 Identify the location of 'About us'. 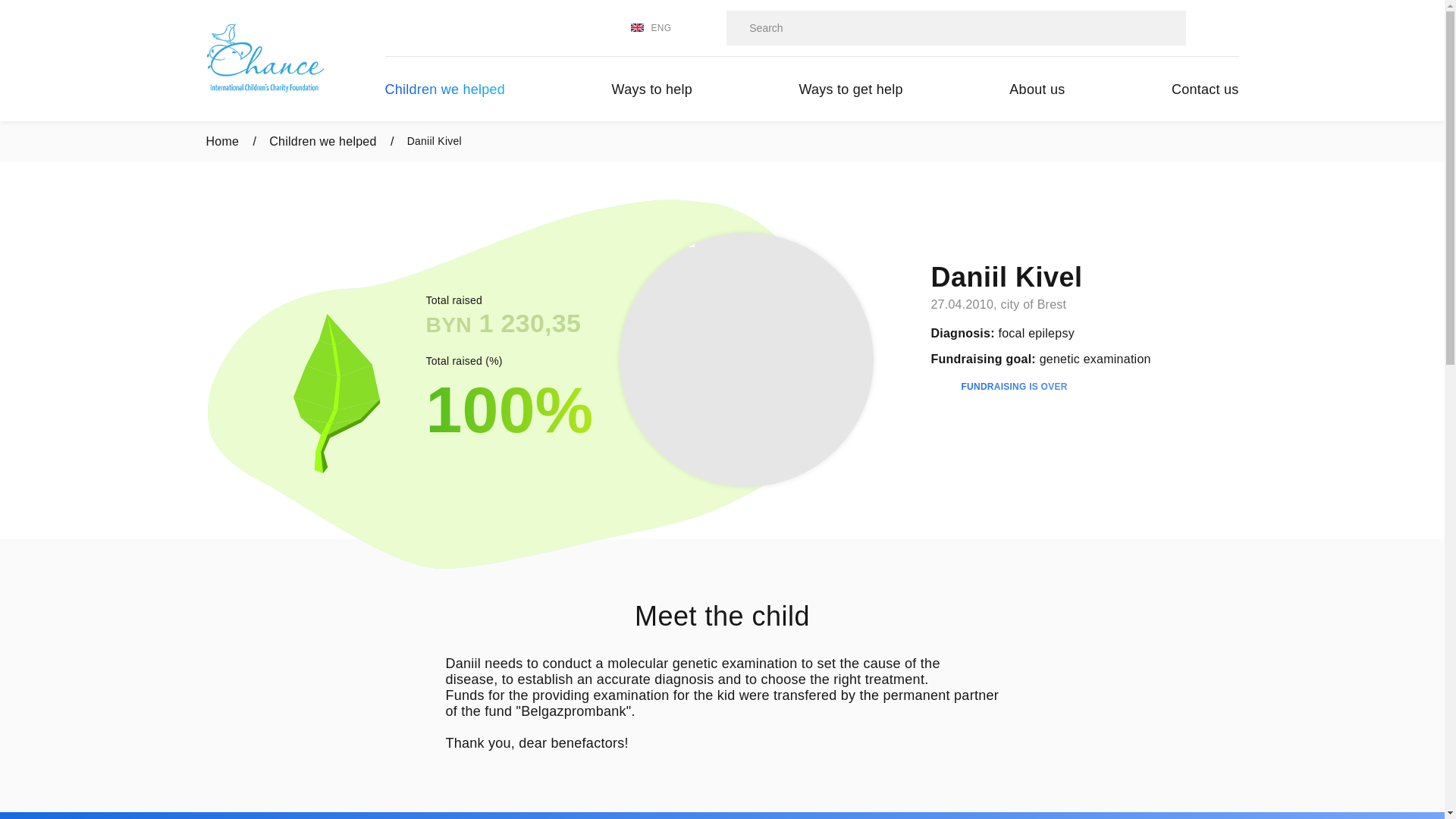
(1036, 89).